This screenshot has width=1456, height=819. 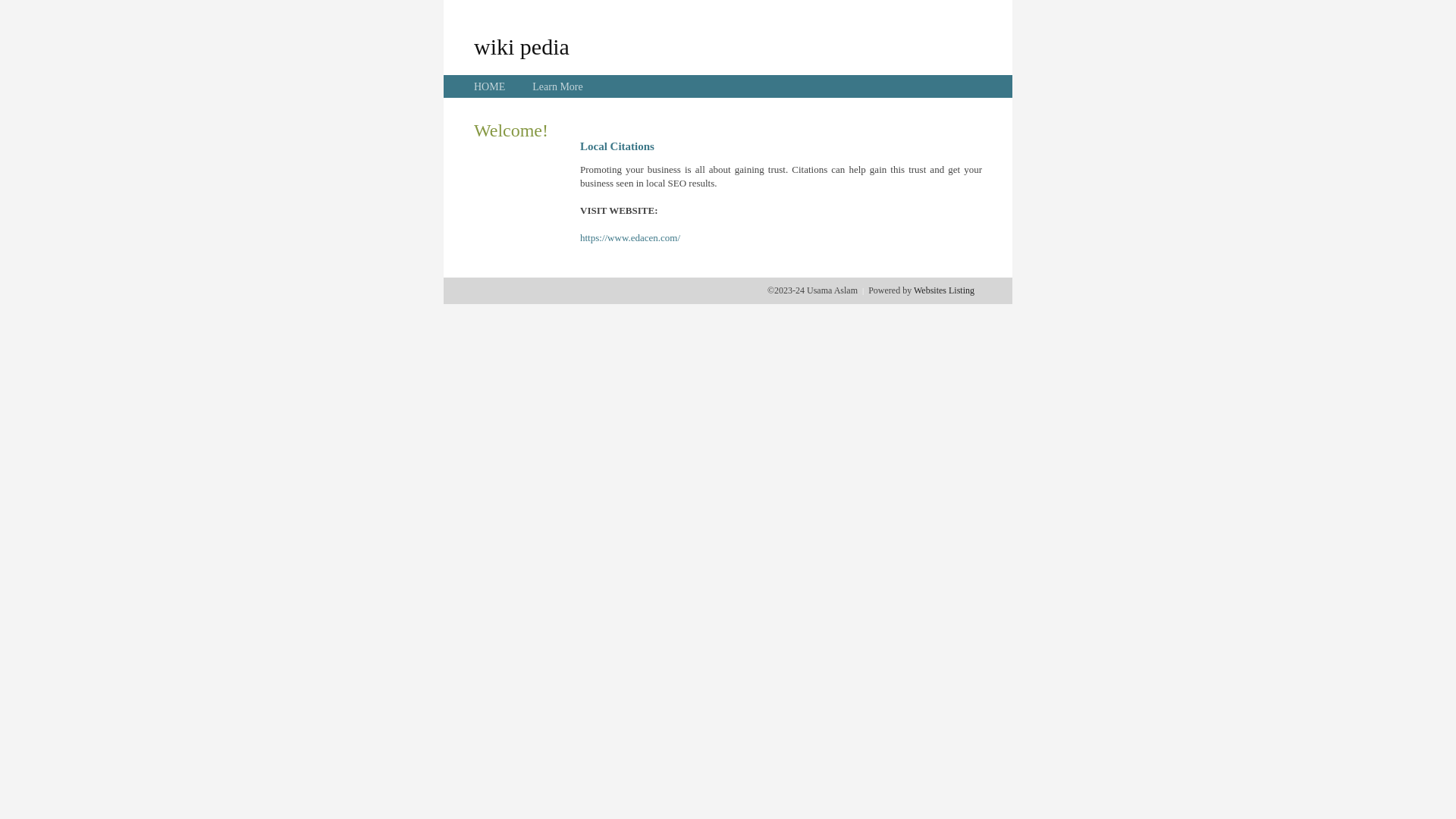 I want to click on 'HOME', so click(x=489, y=86).